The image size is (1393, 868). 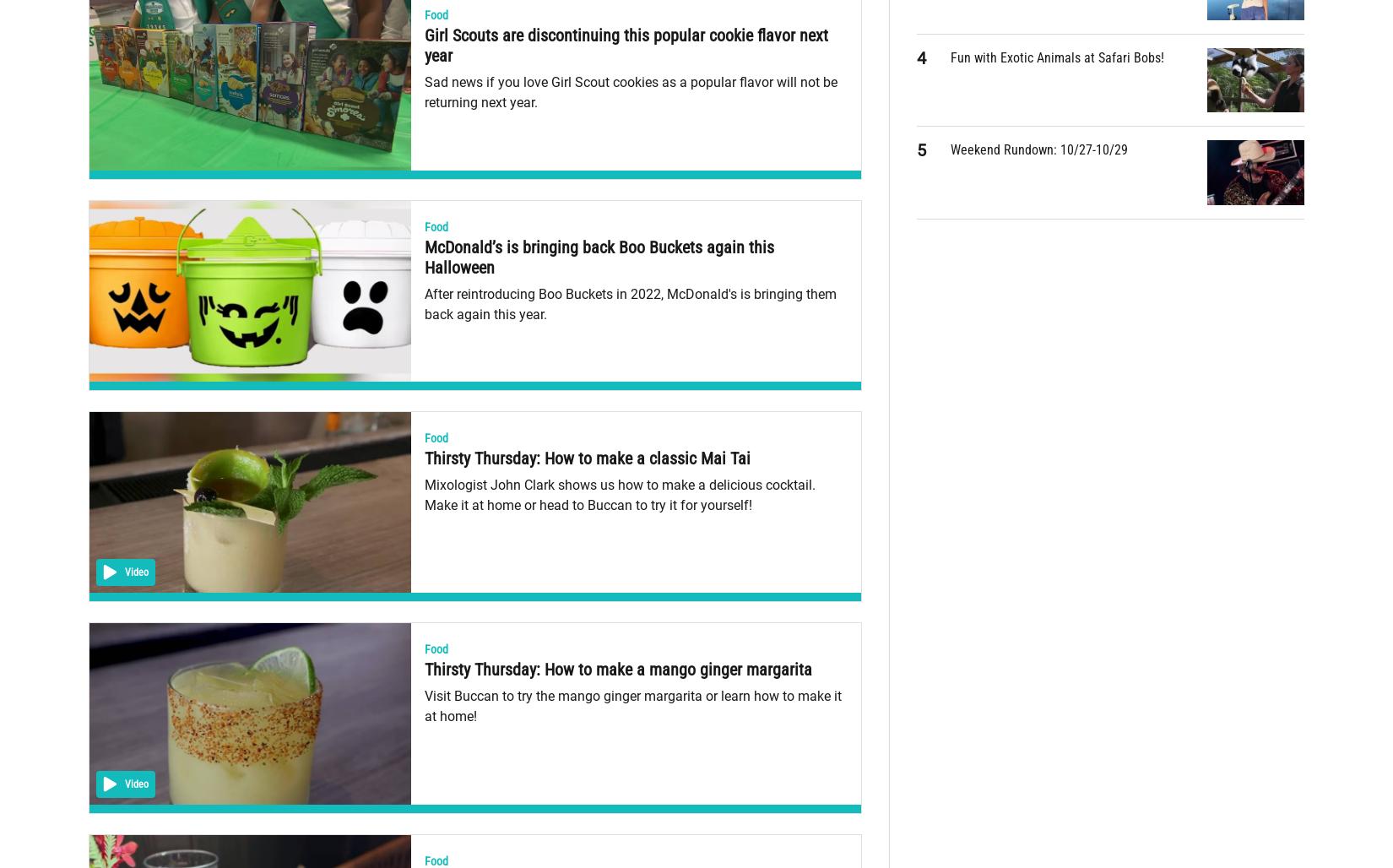 I want to click on 'After reintroducing Boo Buckets in 2022, McDonald's is bringing them back again this year.', so click(x=628, y=302).